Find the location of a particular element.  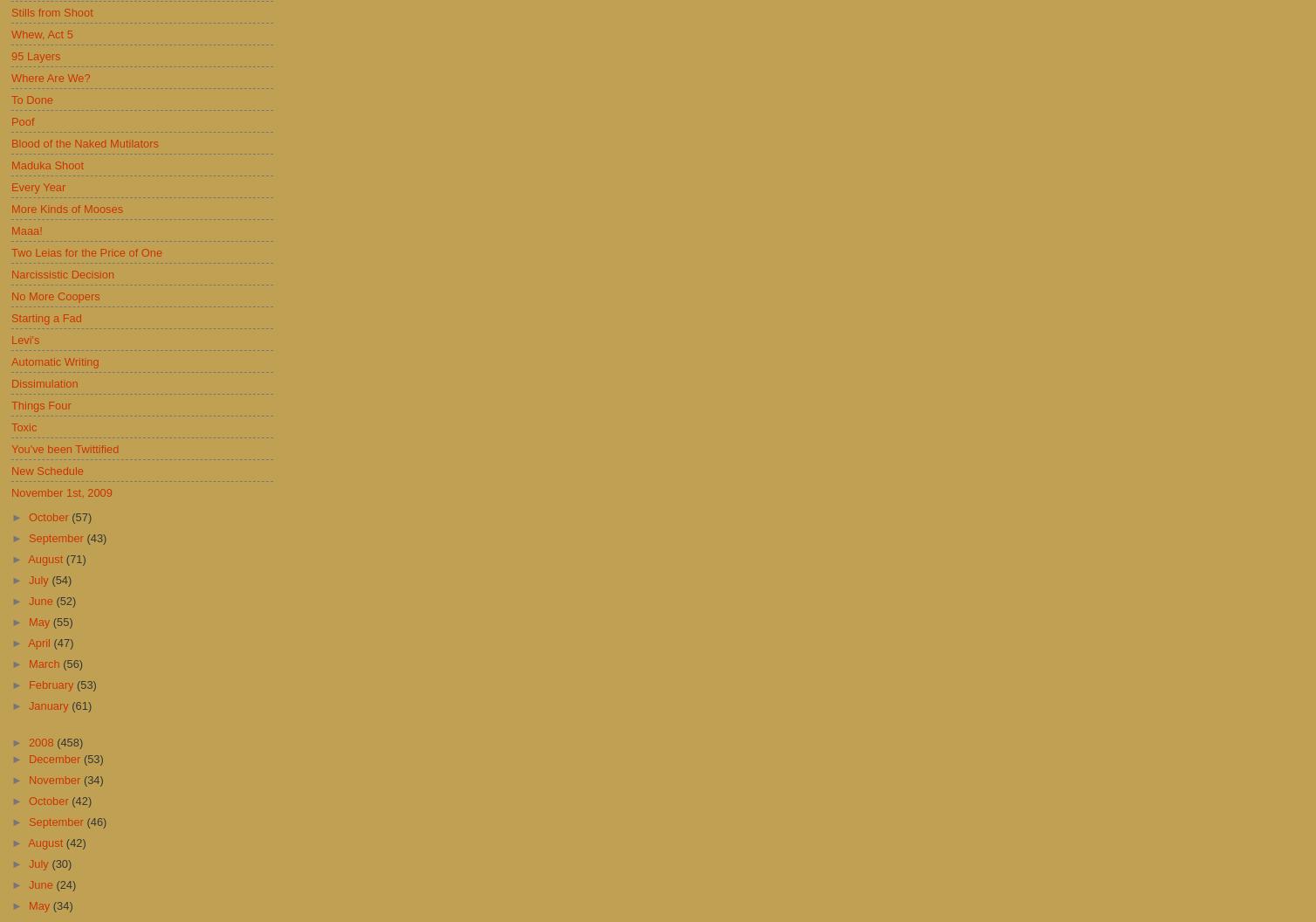

'Blood of the Naked Mutilators' is located at coordinates (84, 142).